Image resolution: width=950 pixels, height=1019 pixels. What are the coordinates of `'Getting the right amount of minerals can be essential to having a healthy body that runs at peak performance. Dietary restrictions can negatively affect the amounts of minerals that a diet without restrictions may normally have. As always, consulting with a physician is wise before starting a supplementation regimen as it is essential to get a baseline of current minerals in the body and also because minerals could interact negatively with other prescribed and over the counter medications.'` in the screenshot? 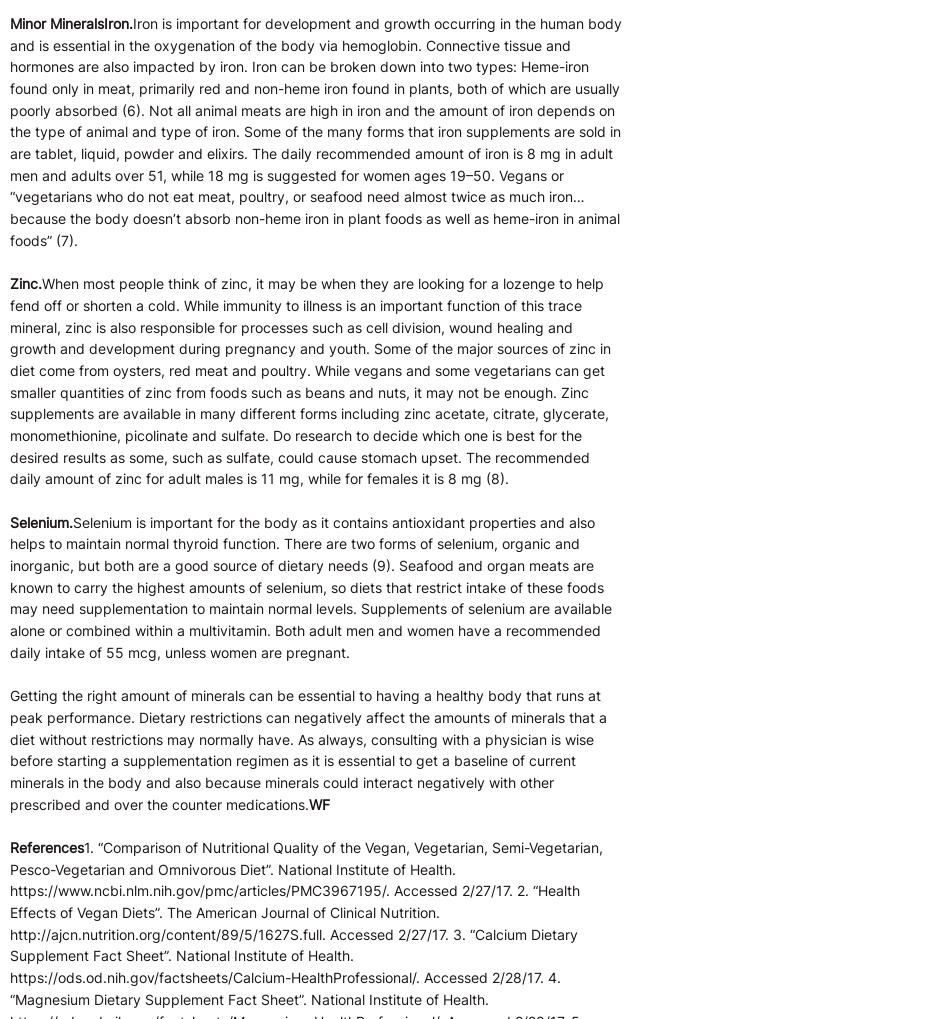 It's located at (307, 748).